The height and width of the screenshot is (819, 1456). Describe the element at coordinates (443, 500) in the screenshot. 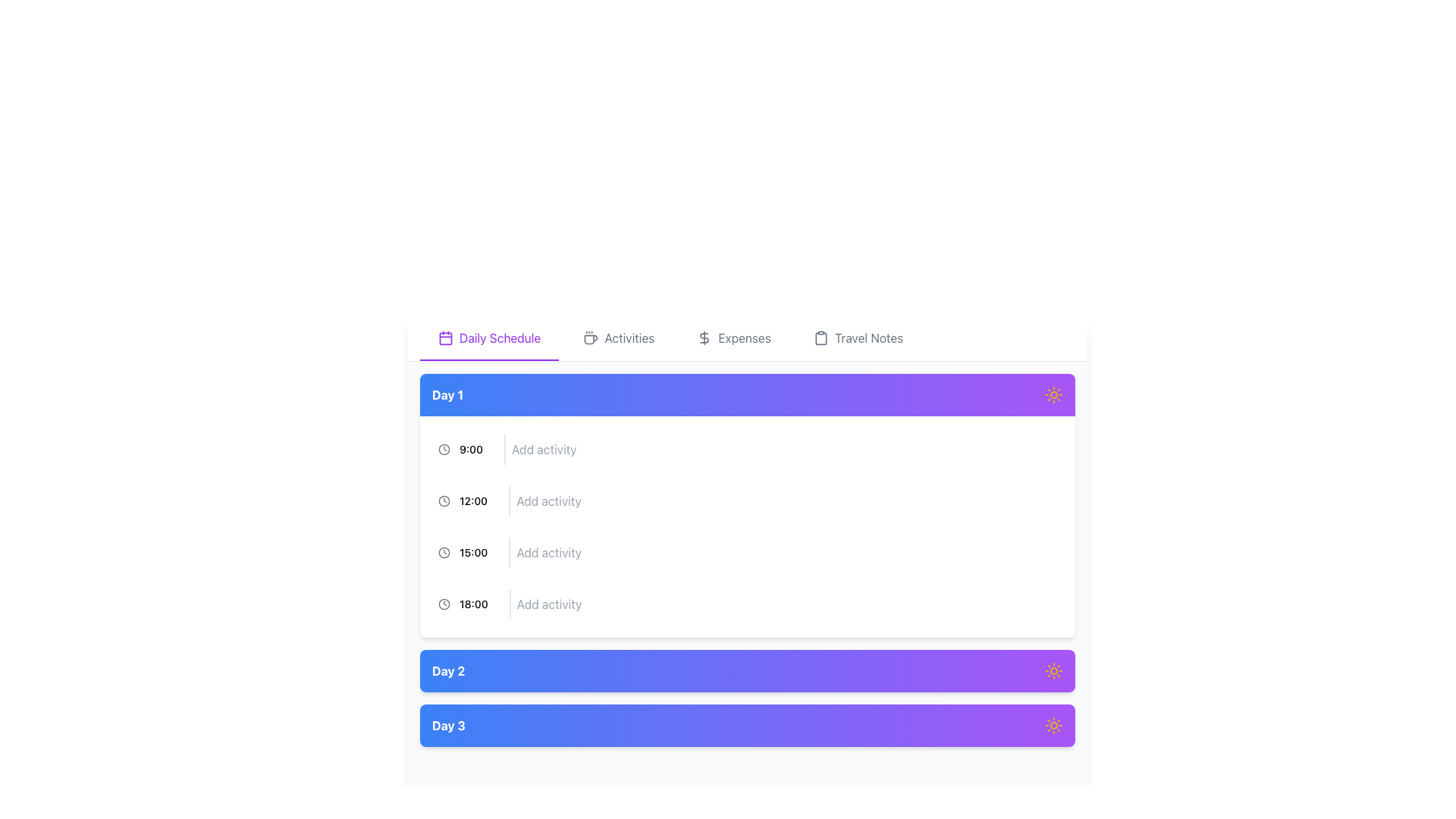

I see `the central circular component of the SVG element that signifies a clock or time-related context in the 'Daily Schedule' interface` at that location.